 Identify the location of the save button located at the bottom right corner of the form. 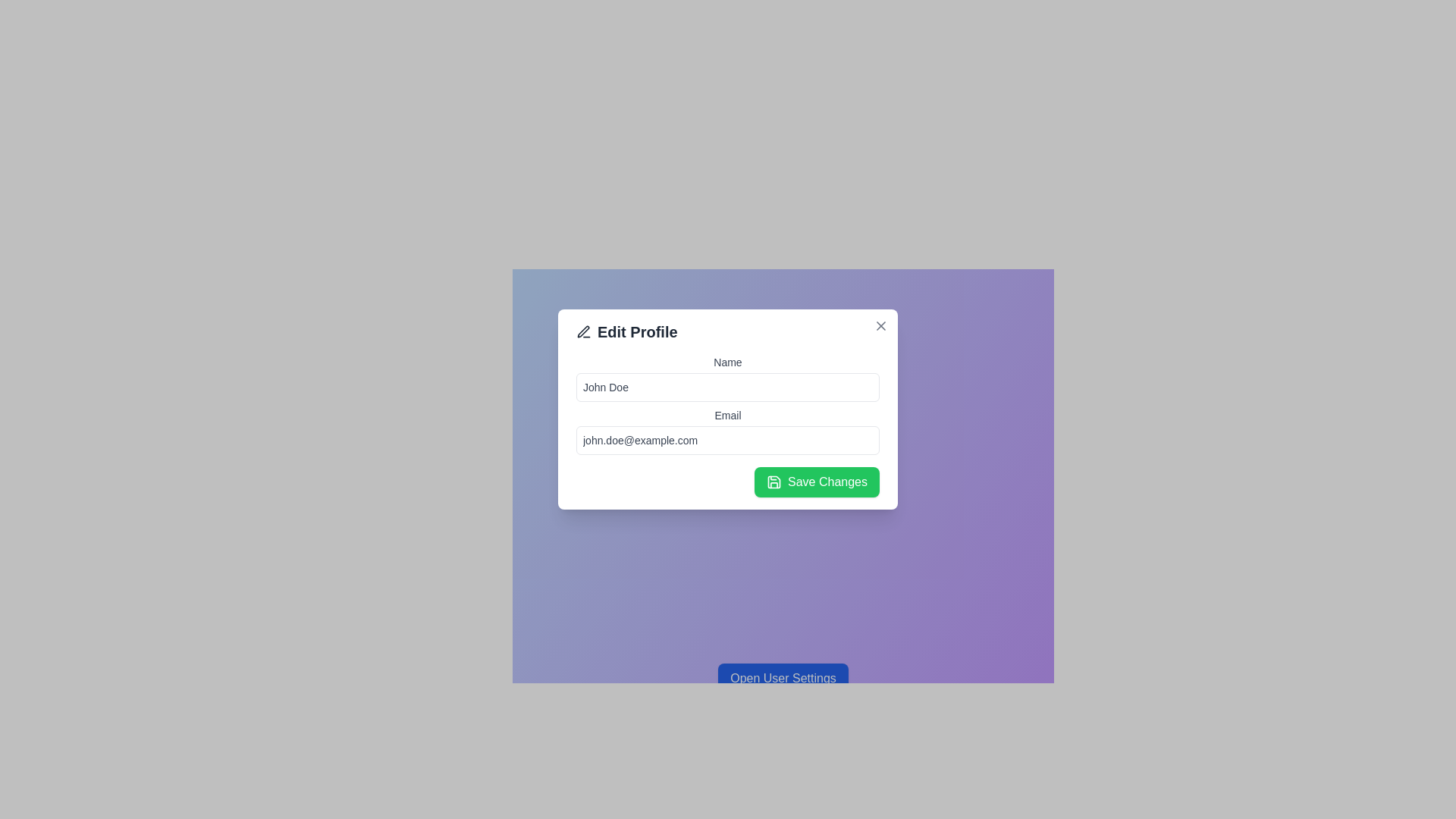
(816, 482).